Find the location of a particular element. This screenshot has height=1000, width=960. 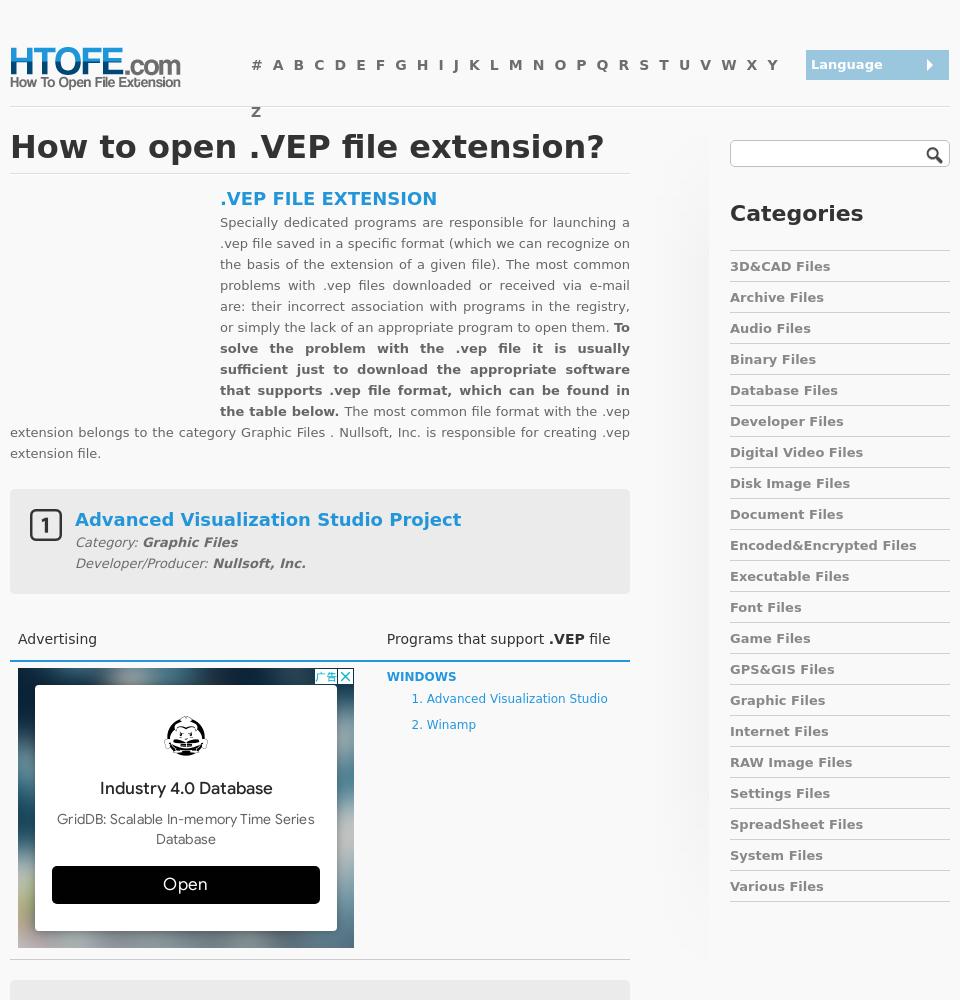

'Disk Image Files' is located at coordinates (789, 482).